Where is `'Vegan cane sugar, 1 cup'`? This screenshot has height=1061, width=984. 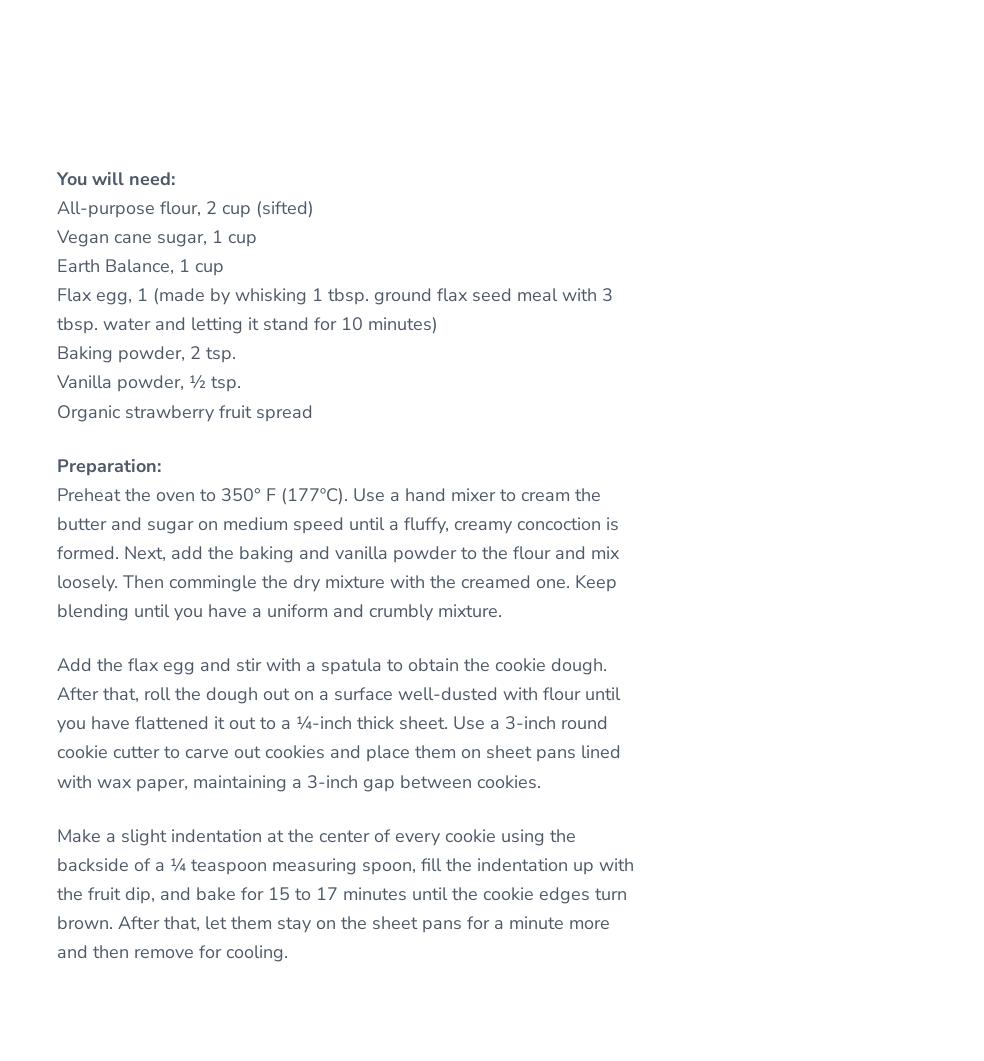
'Vegan cane sugar, 1 cup' is located at coordinates (157, 234).